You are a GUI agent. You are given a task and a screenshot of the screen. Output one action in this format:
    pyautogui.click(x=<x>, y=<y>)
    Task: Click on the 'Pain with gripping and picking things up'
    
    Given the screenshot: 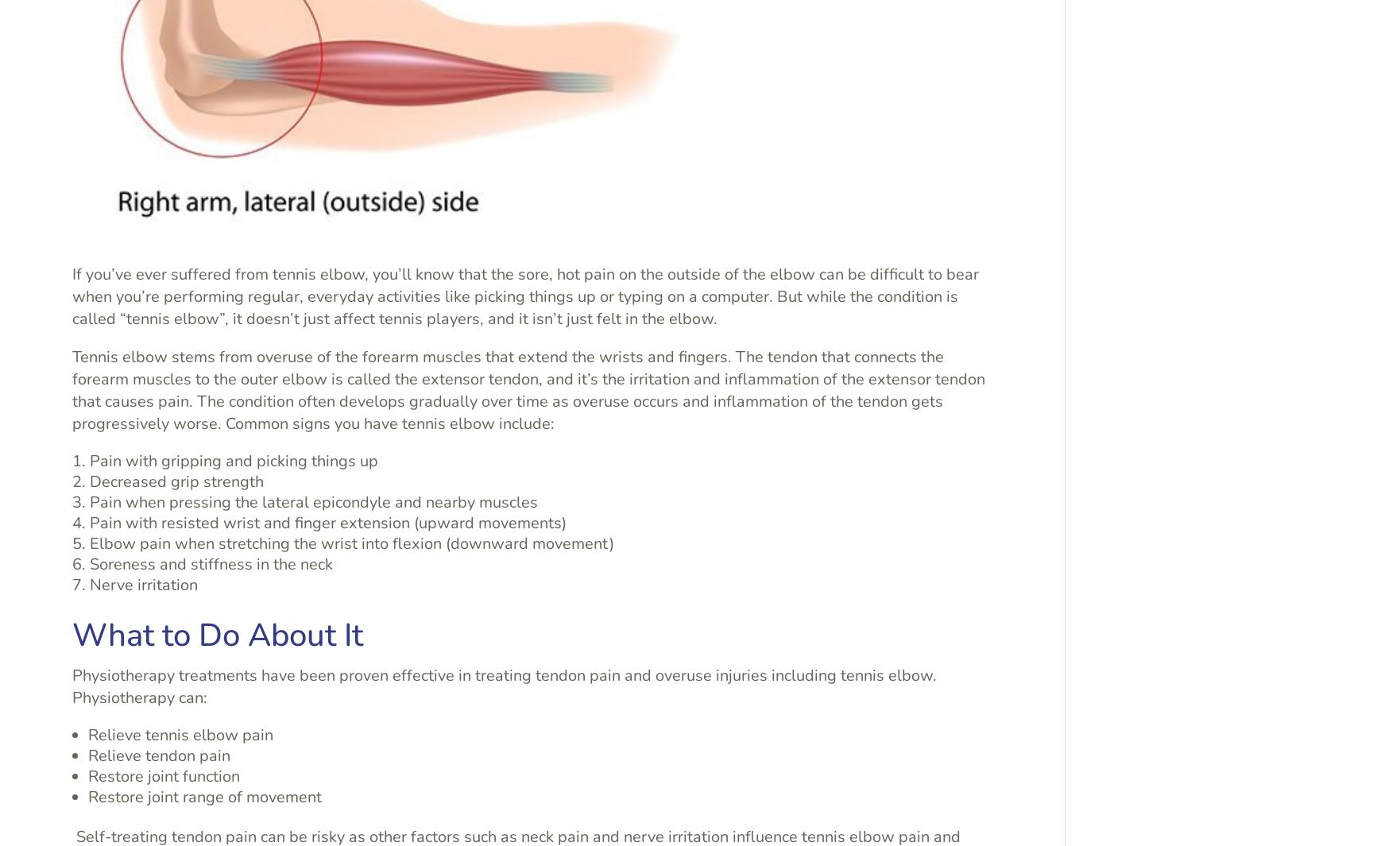 What is the action you would take?
    pyautogui.click(x=234, y=460)
    